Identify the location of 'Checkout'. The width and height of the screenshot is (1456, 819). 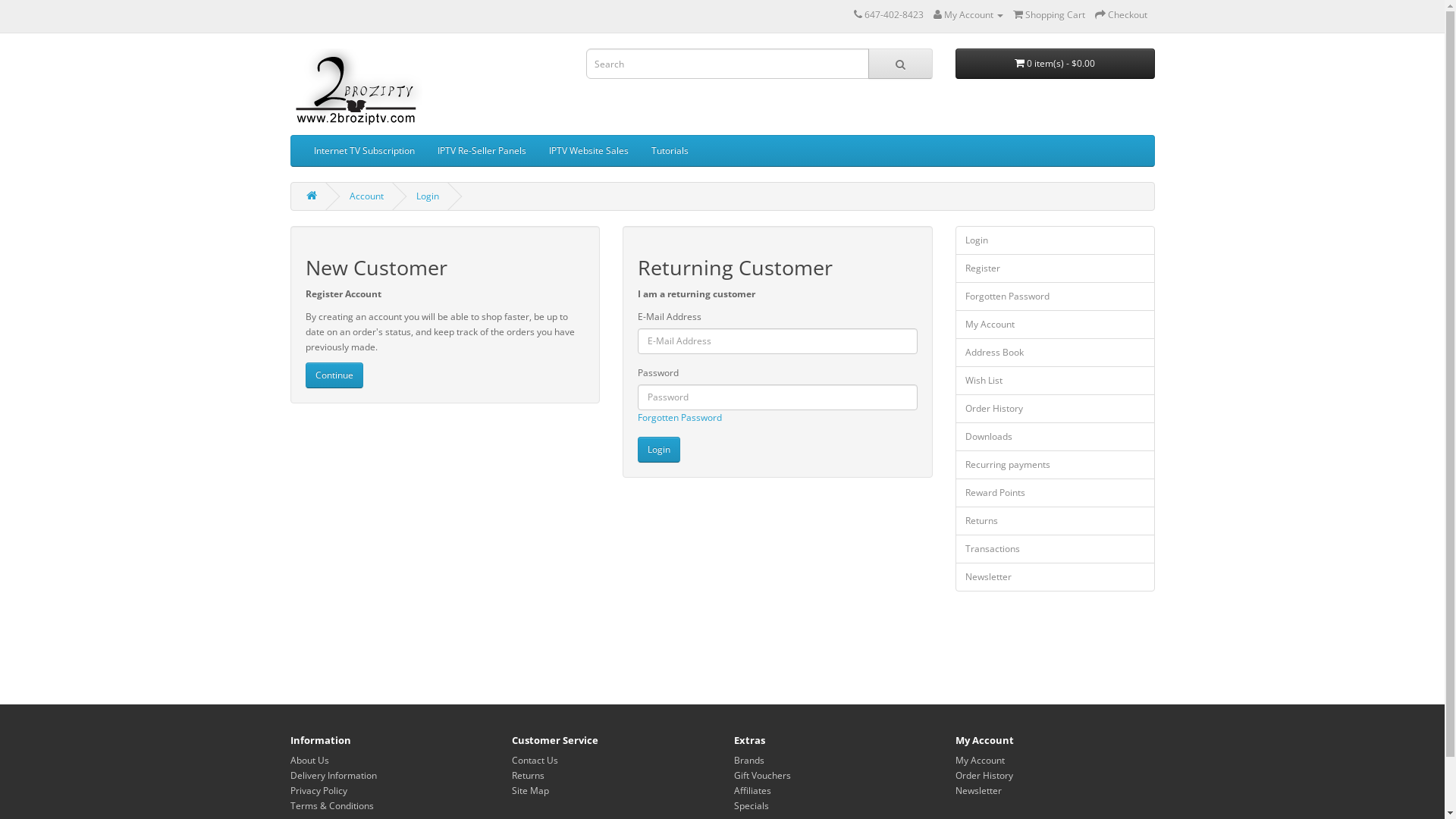
(1095, 14).